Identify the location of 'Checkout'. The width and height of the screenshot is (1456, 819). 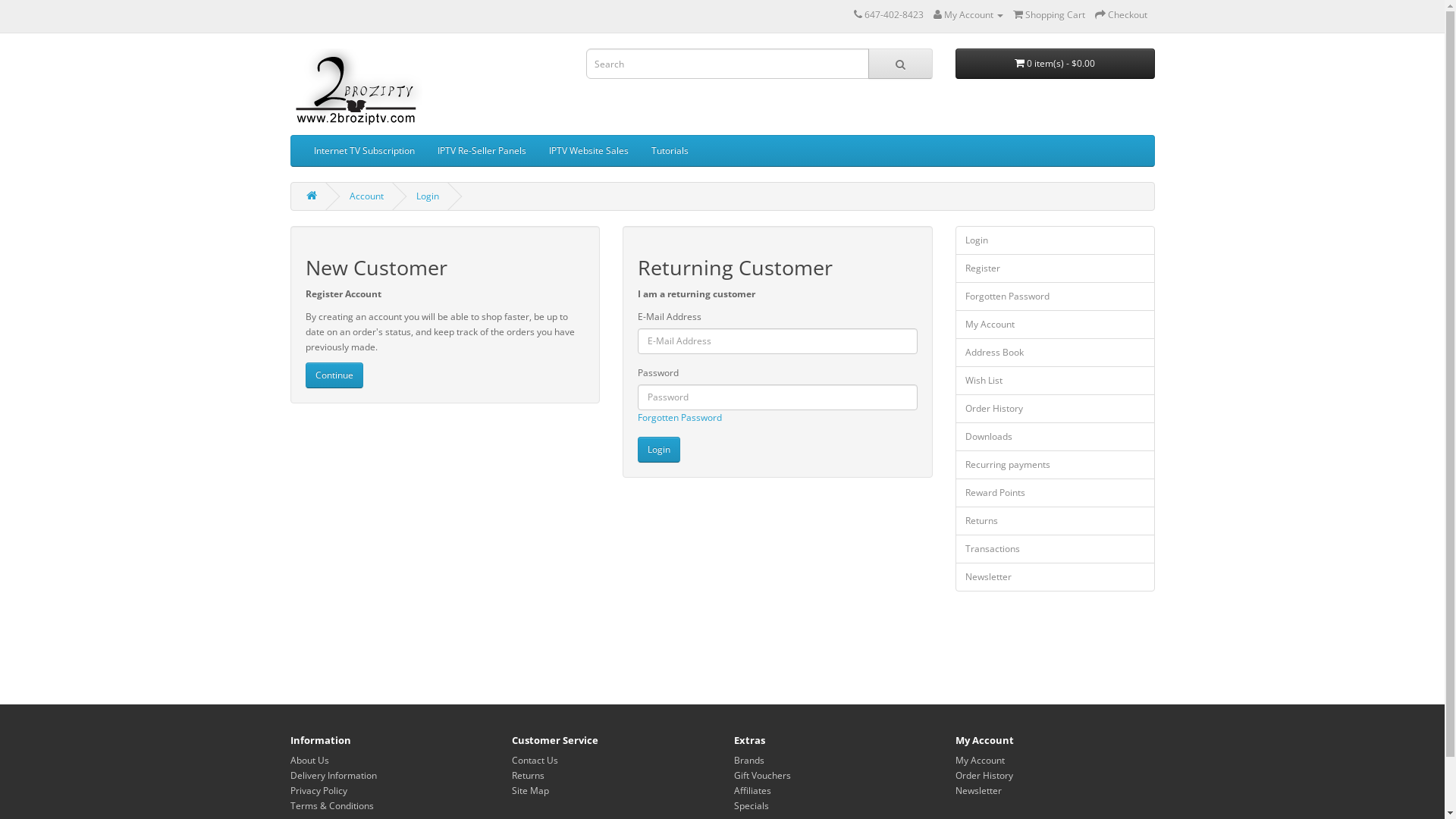
(1095, 14).